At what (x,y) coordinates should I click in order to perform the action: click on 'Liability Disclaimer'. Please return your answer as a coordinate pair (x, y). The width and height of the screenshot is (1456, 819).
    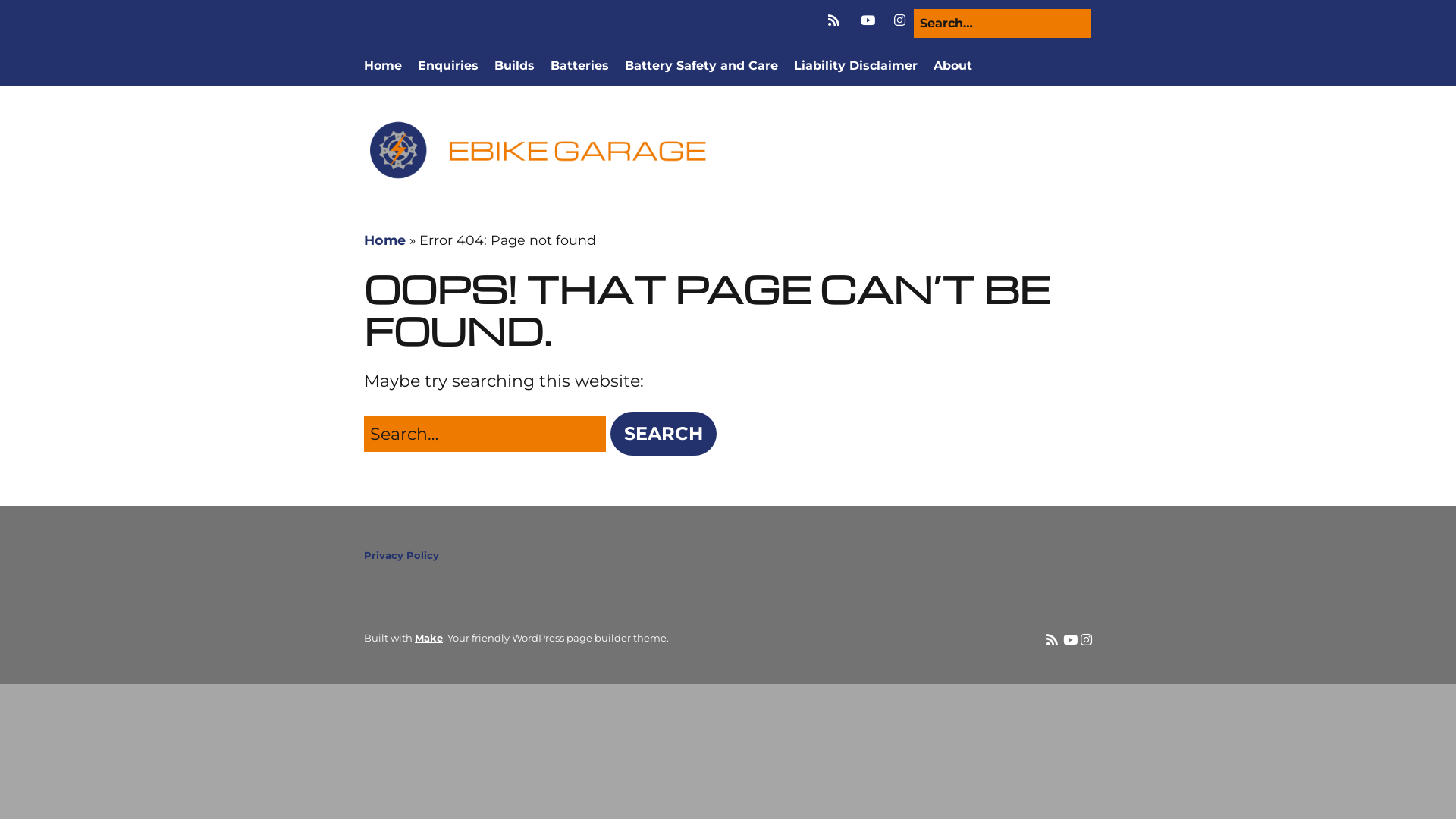
    Looking at the image, I should click on (855, 65).